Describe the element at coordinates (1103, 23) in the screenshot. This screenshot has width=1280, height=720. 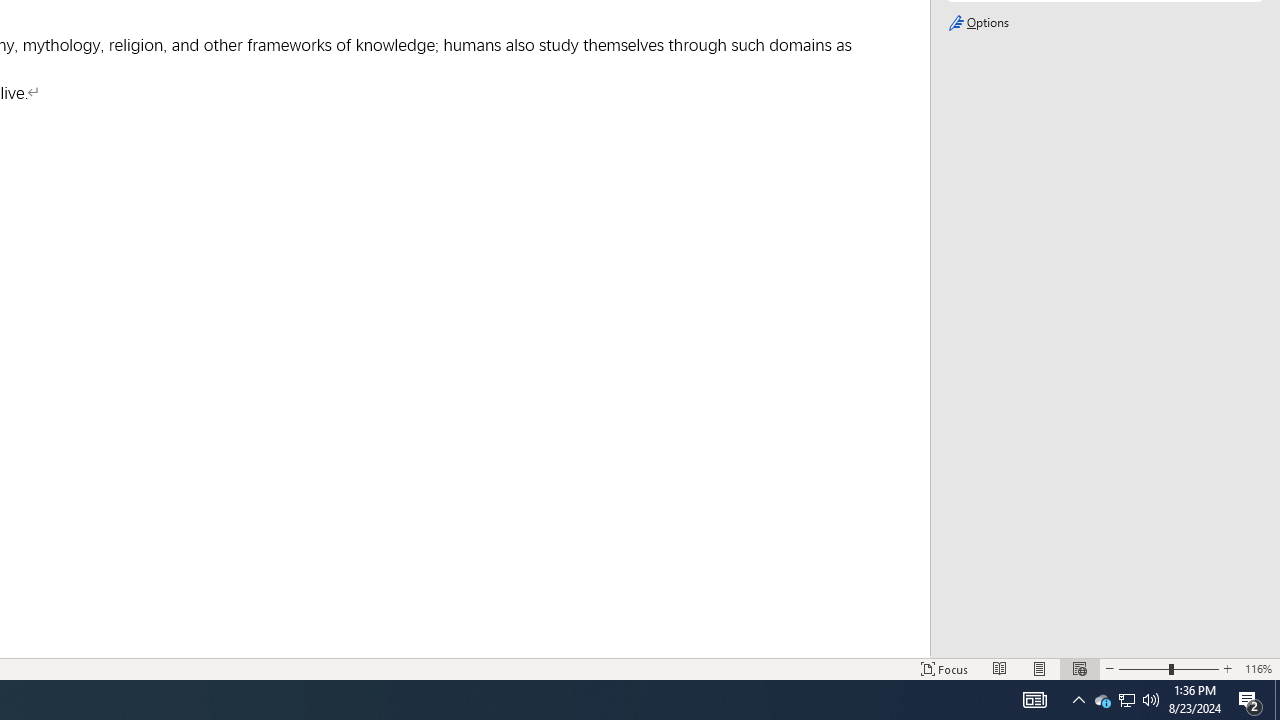
I see `'Options'` at that location.